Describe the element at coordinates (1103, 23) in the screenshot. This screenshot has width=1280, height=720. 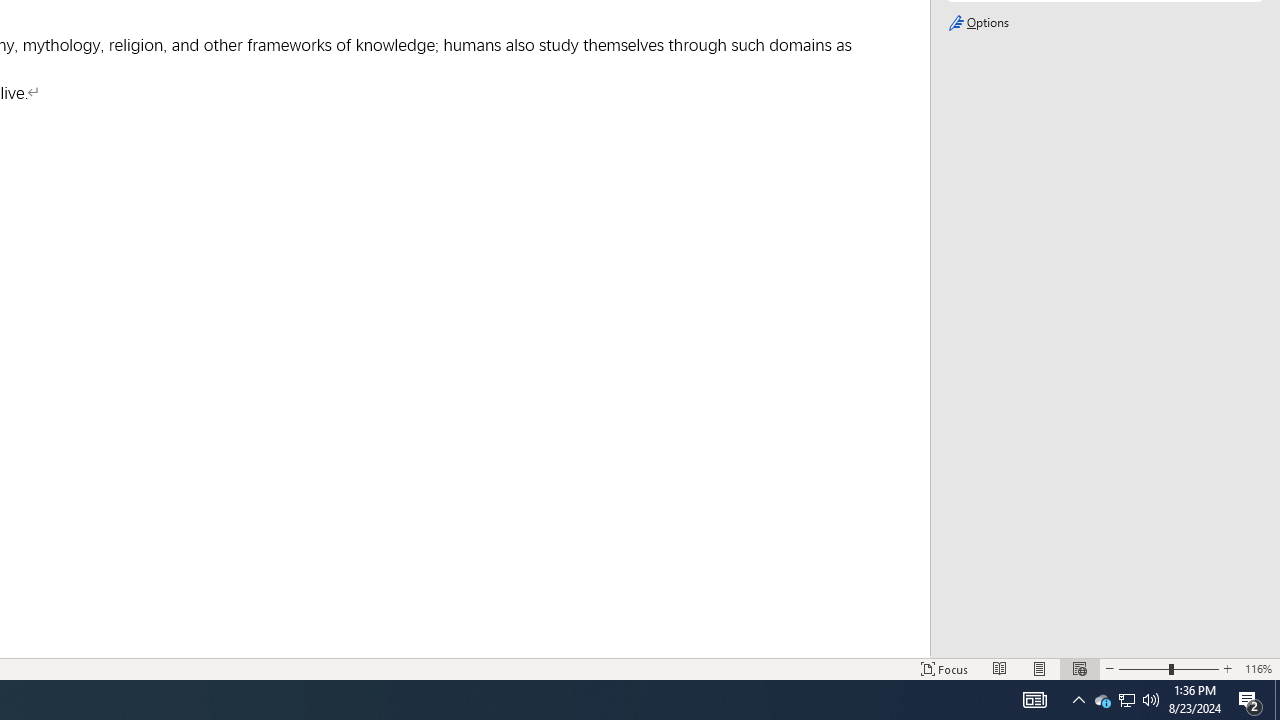
I see `'Options'` at that location.